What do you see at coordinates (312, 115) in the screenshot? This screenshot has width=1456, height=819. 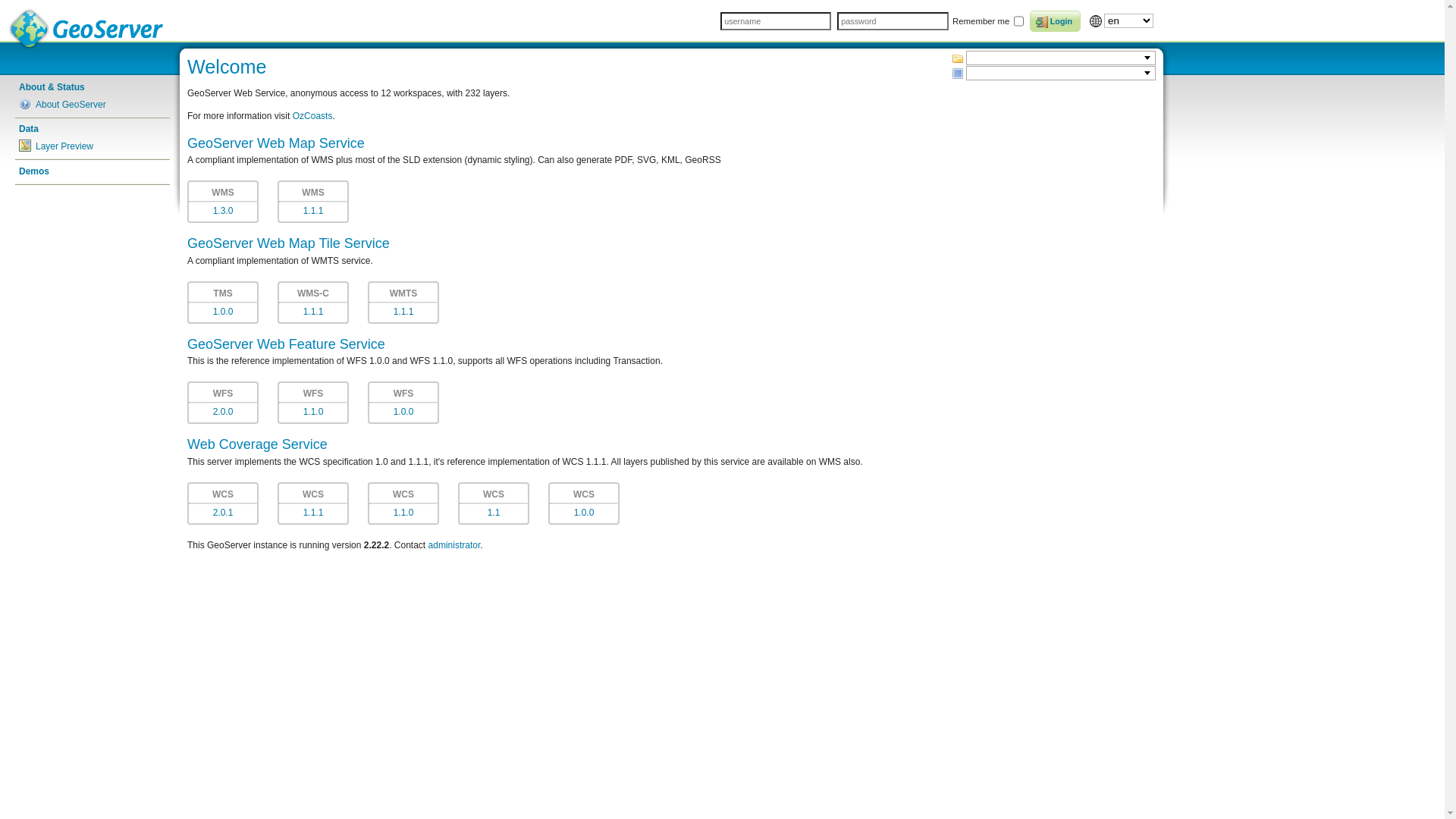 I see `'OzCoasts'` at bounding box center [312, 115].